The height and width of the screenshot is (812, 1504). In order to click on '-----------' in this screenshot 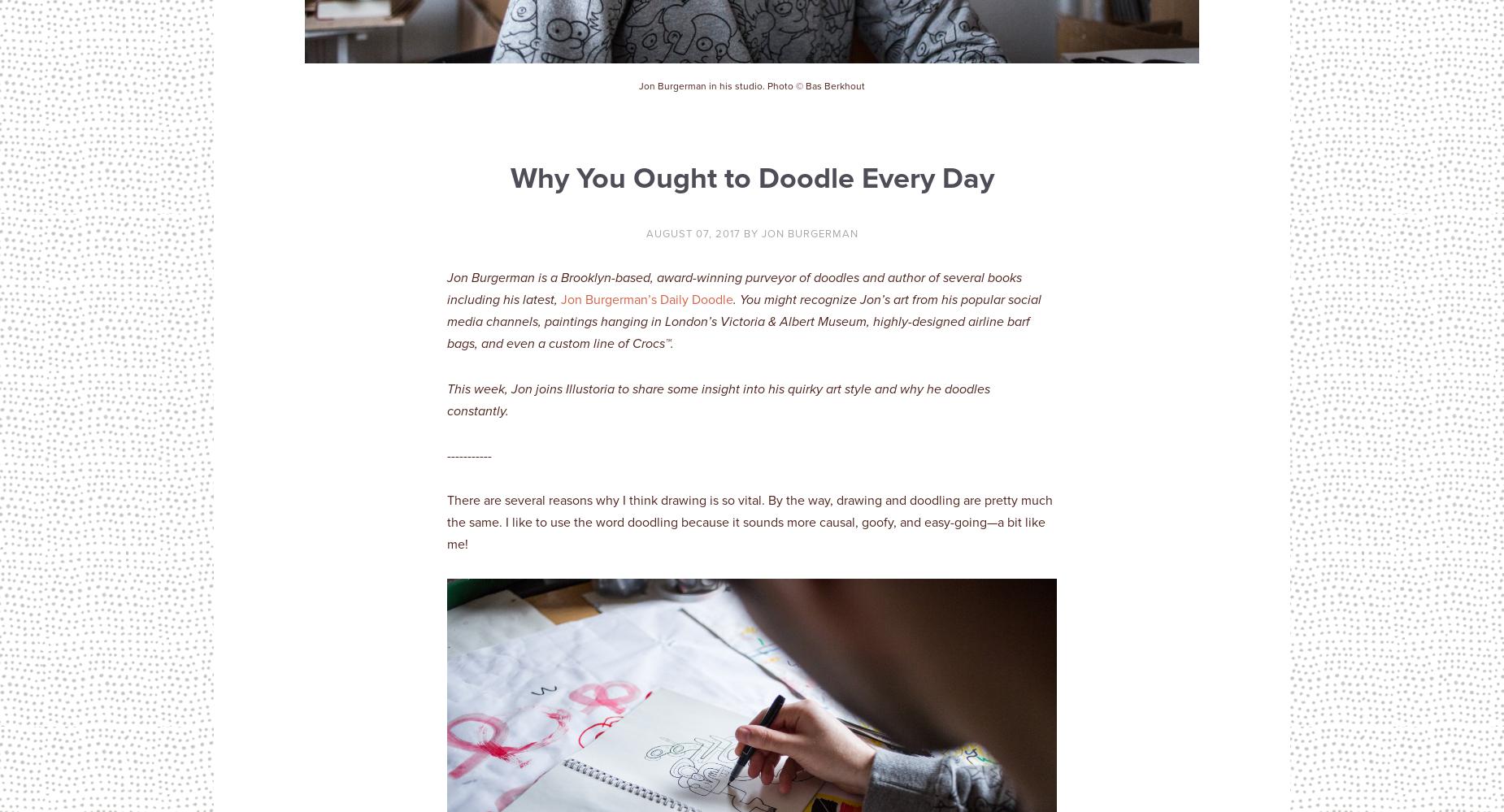, I will do `click(469, 454)`.